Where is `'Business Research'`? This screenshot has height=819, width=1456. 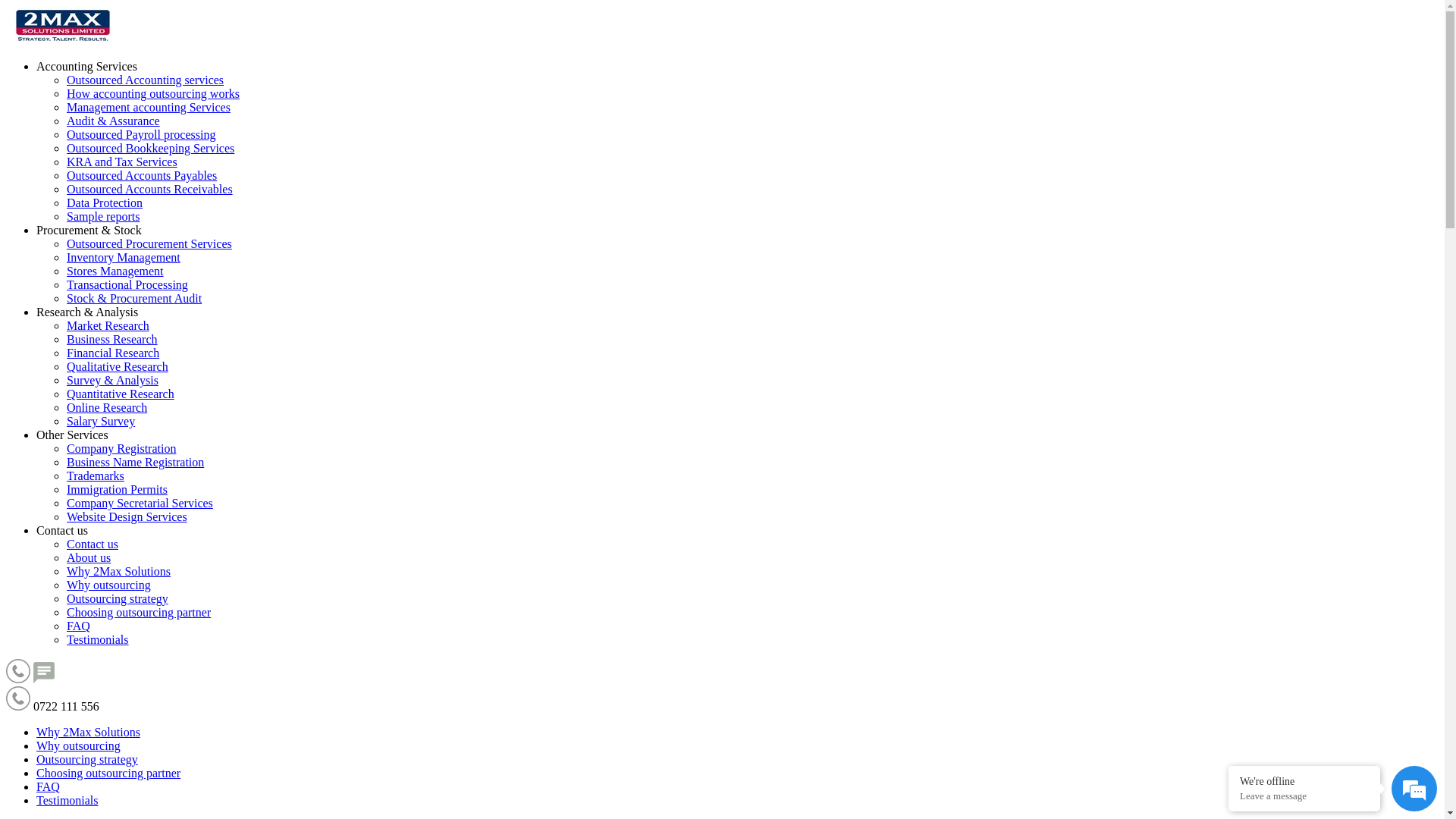 'Business Research' is located at coordinates (111, 338).